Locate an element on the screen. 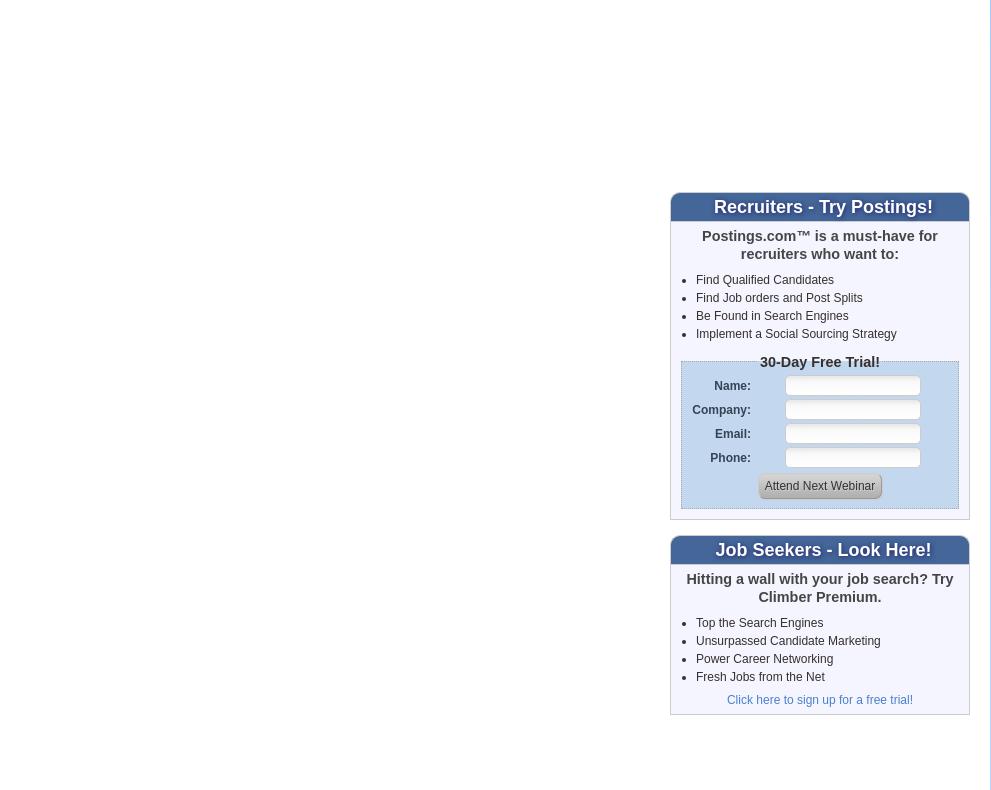 This screenshot has height=790, width=991. 'Hitting a wall with your job search?  Try Climber Premium.' is located at coordinates (818, 586).